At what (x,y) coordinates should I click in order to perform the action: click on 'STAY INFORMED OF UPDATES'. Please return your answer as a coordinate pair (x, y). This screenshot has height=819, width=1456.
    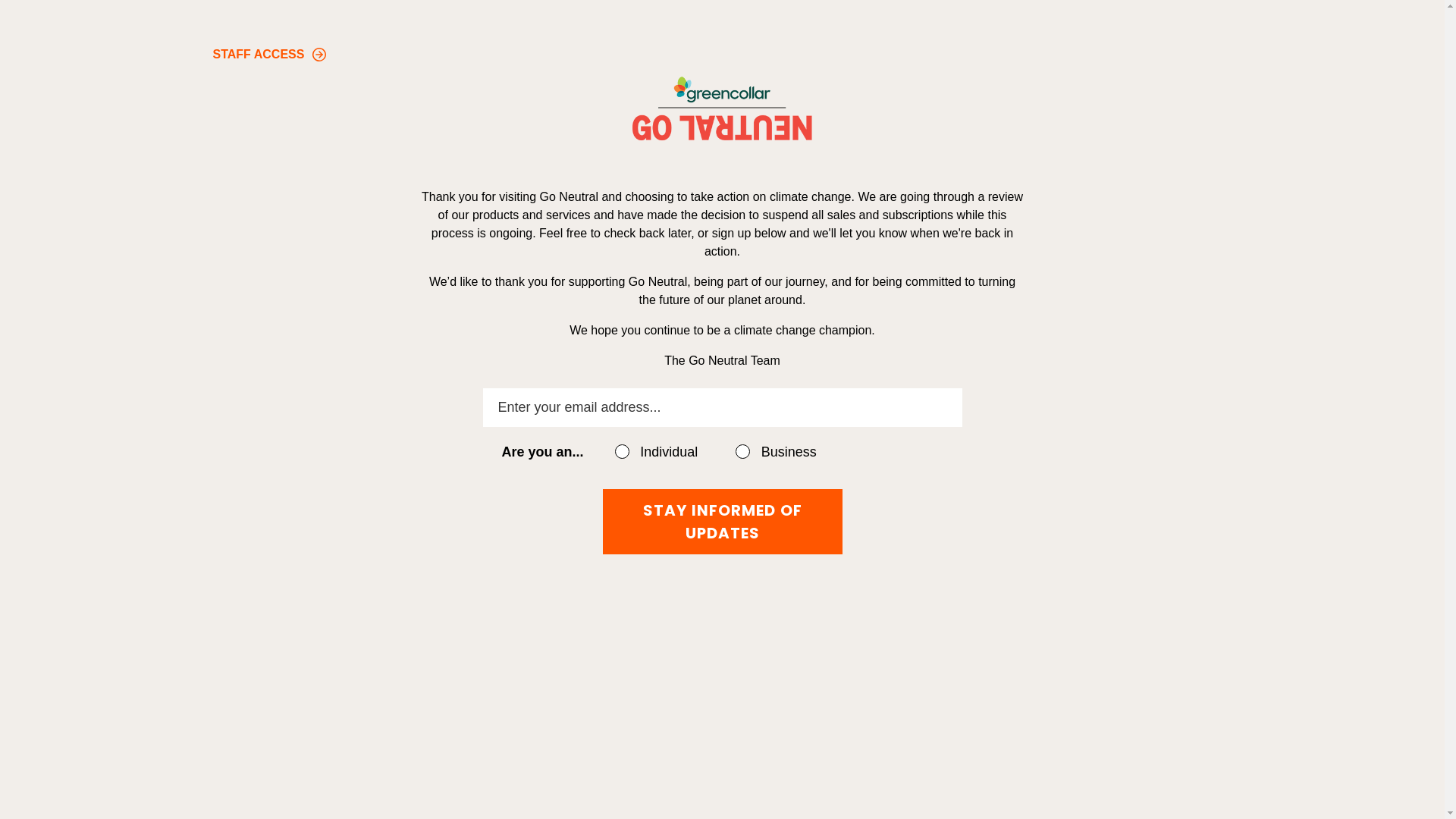
    Looking at the image, I should click on (720, 520).